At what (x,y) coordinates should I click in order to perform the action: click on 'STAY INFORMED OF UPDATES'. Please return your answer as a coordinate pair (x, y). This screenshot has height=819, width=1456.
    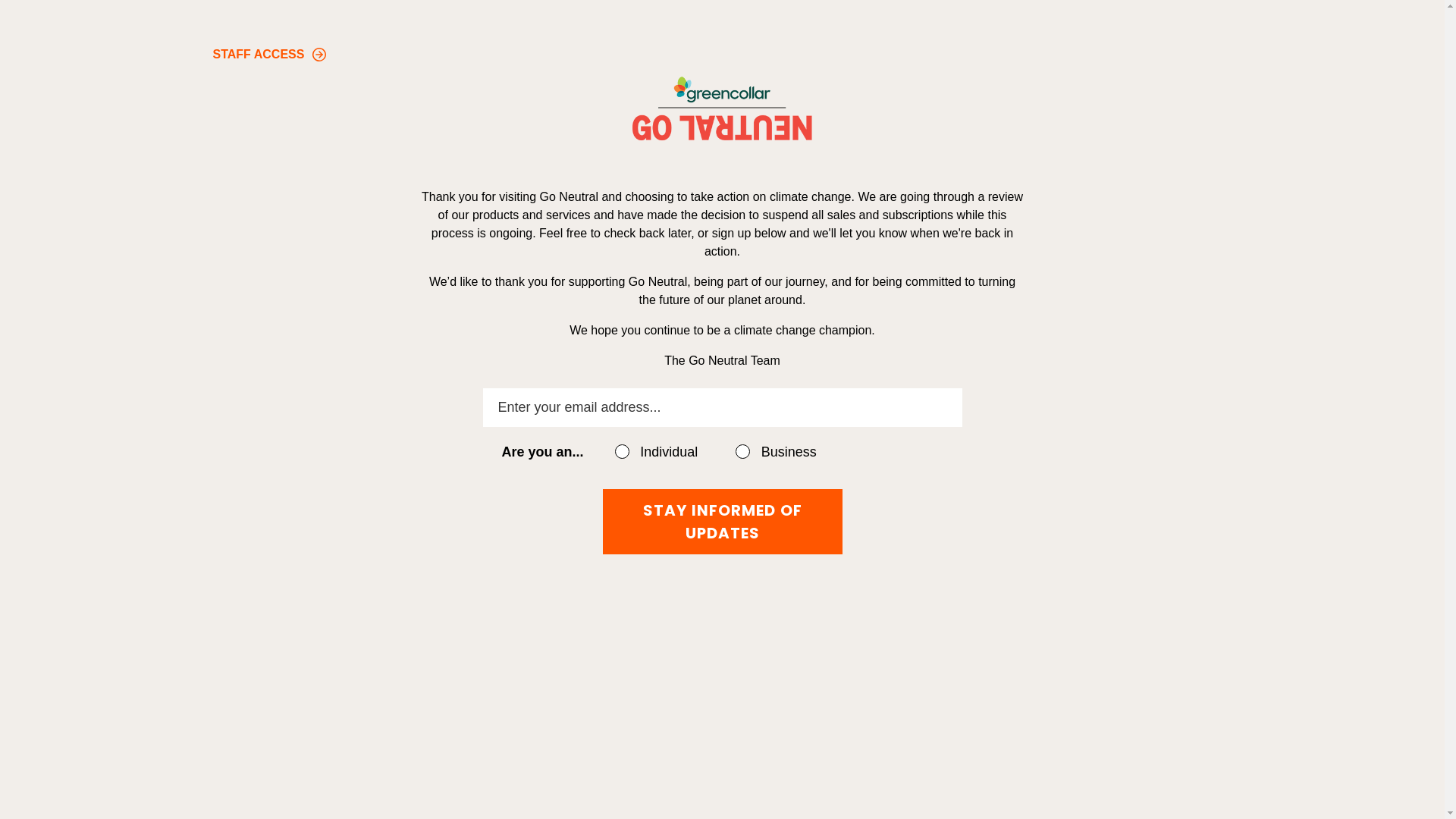
    Looking at the image, I should click on (720, 520).